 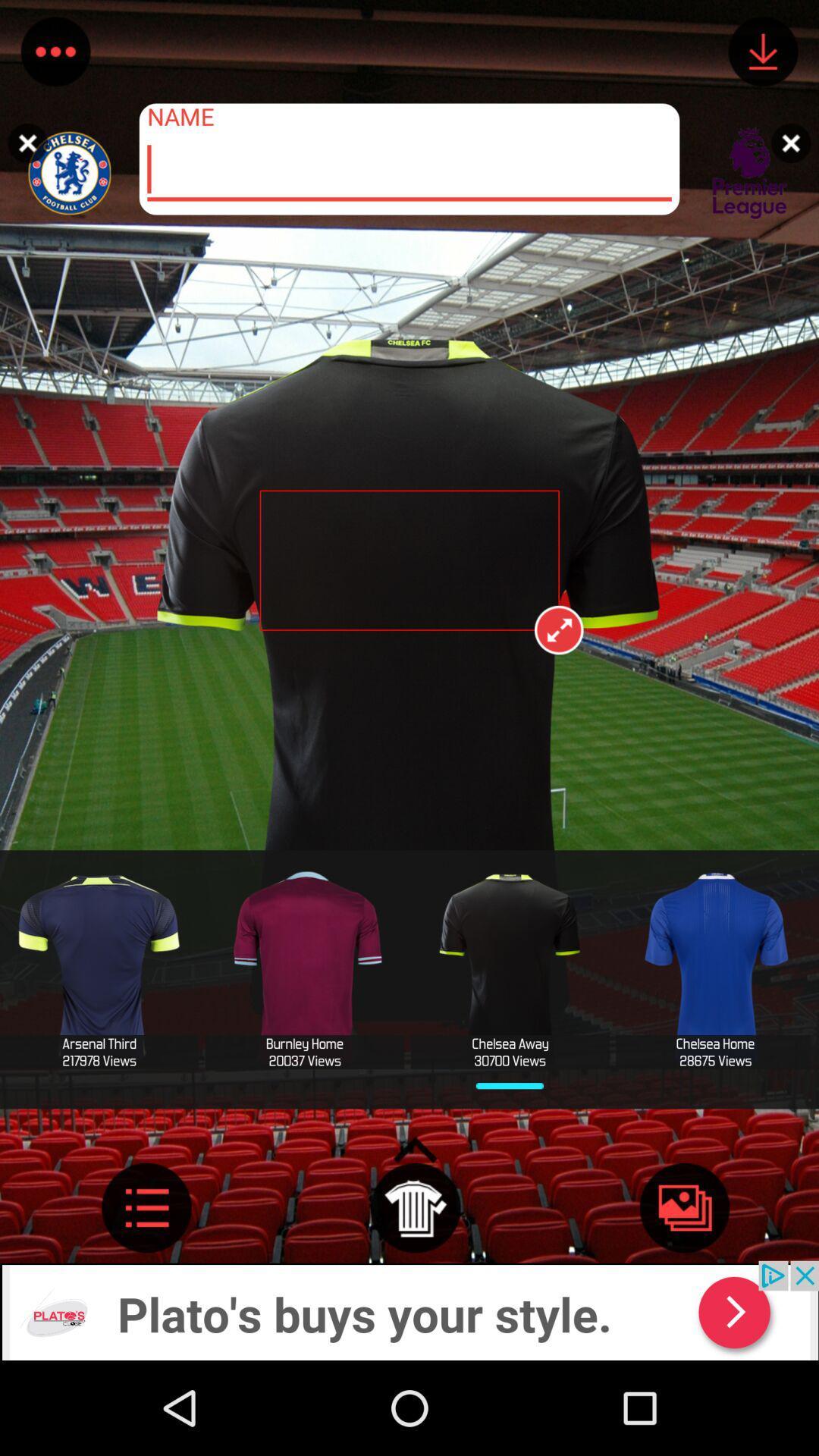 What do you see at coordinates (763, 55) in the screenshot?
I see `the file_download icon` at bounding box center [763, 55].